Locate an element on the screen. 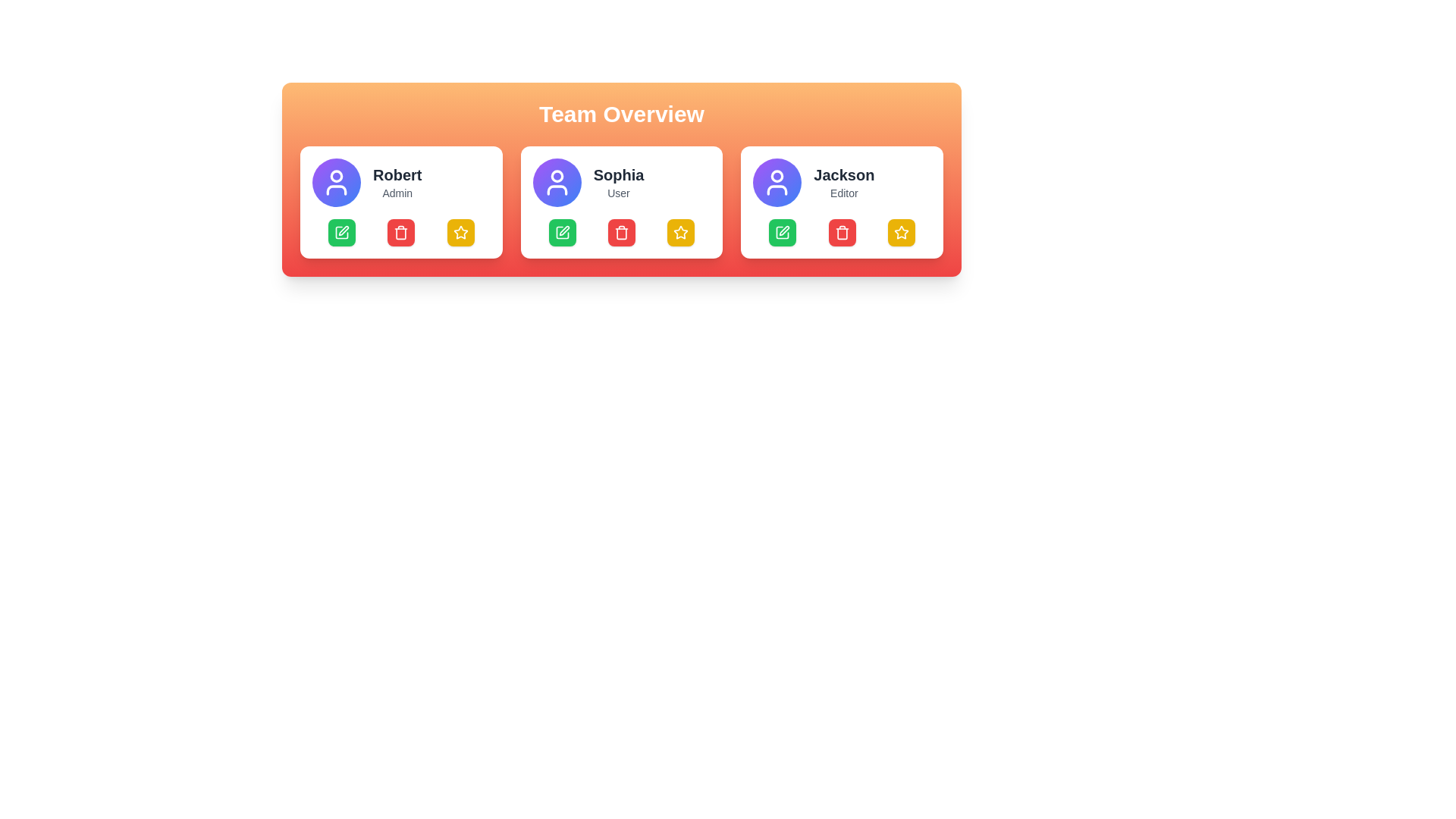  the text label displaying 'Admin' in small gray font, located directly beneath the 'Robert' label within the card layout under the 'Team Overview' section is located at coordinates (397, 192).